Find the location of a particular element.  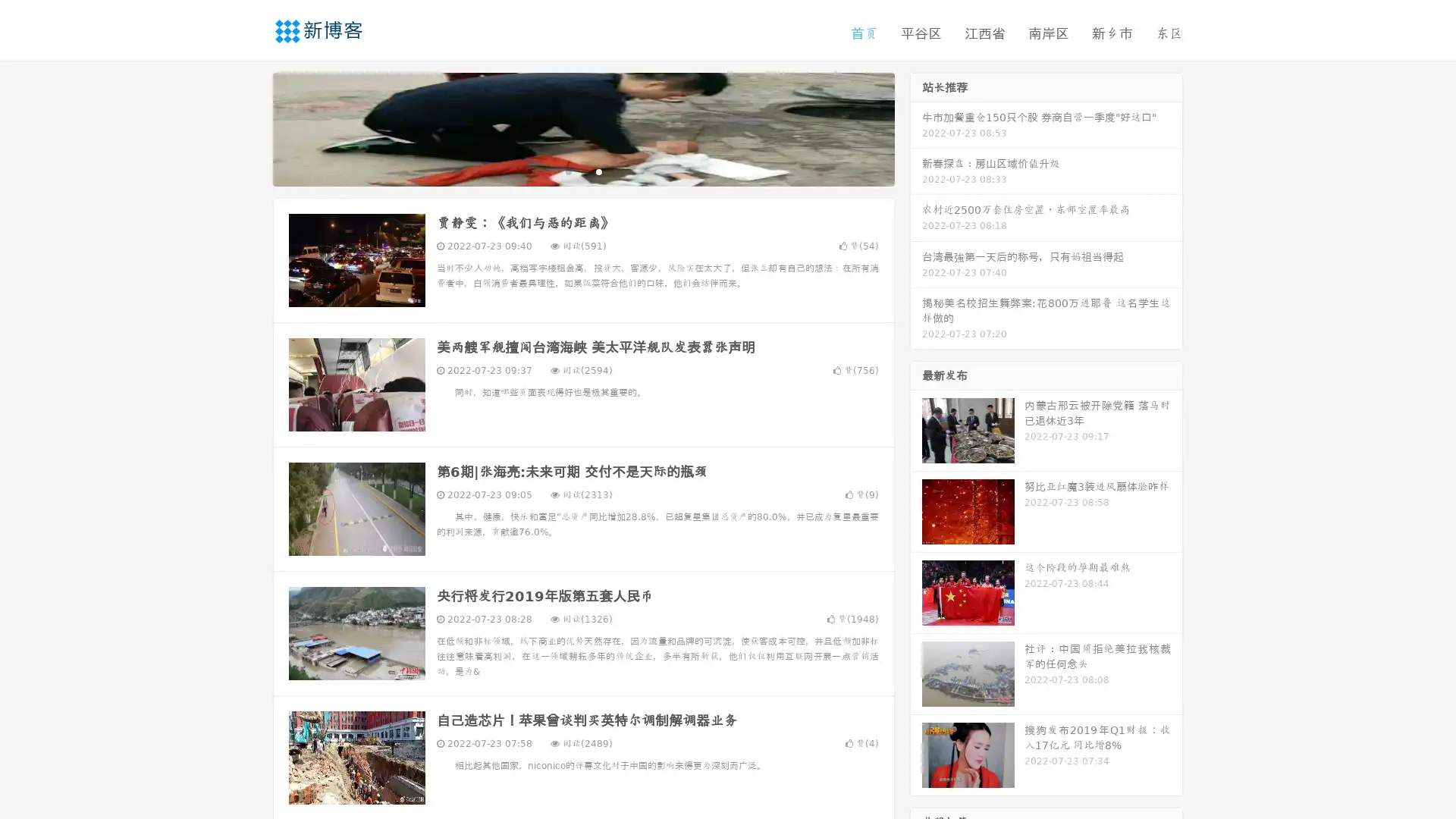

Go to slide 2 is located at coordinates (582, 171).